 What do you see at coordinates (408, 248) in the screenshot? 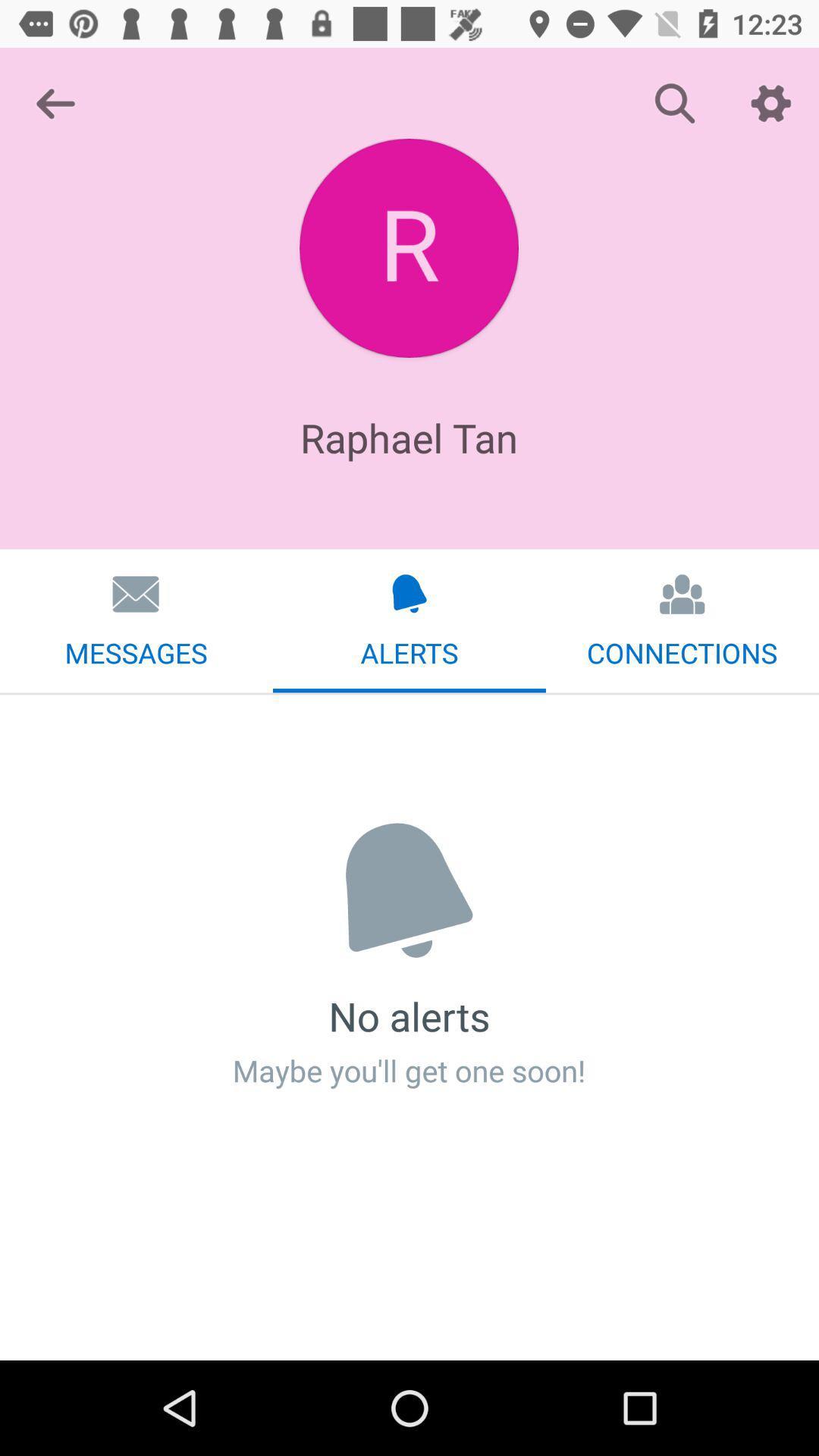
I see `the text in the in pink circle` at bounding box center [408, 248].